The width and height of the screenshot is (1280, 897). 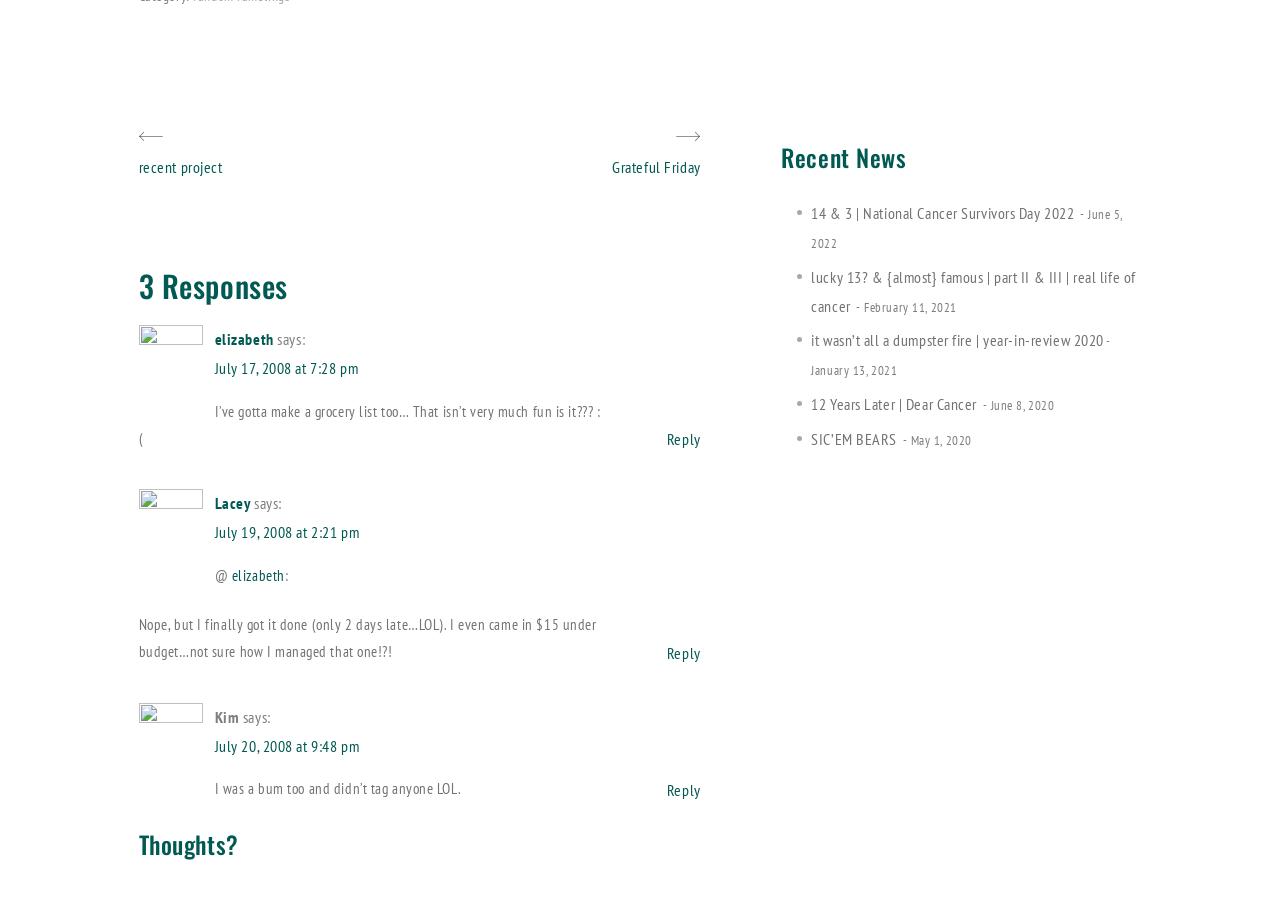 What do you see at coordinates (226, 715) in the screenshot?
I see `'Kim'` at bounding box center [226, 715].